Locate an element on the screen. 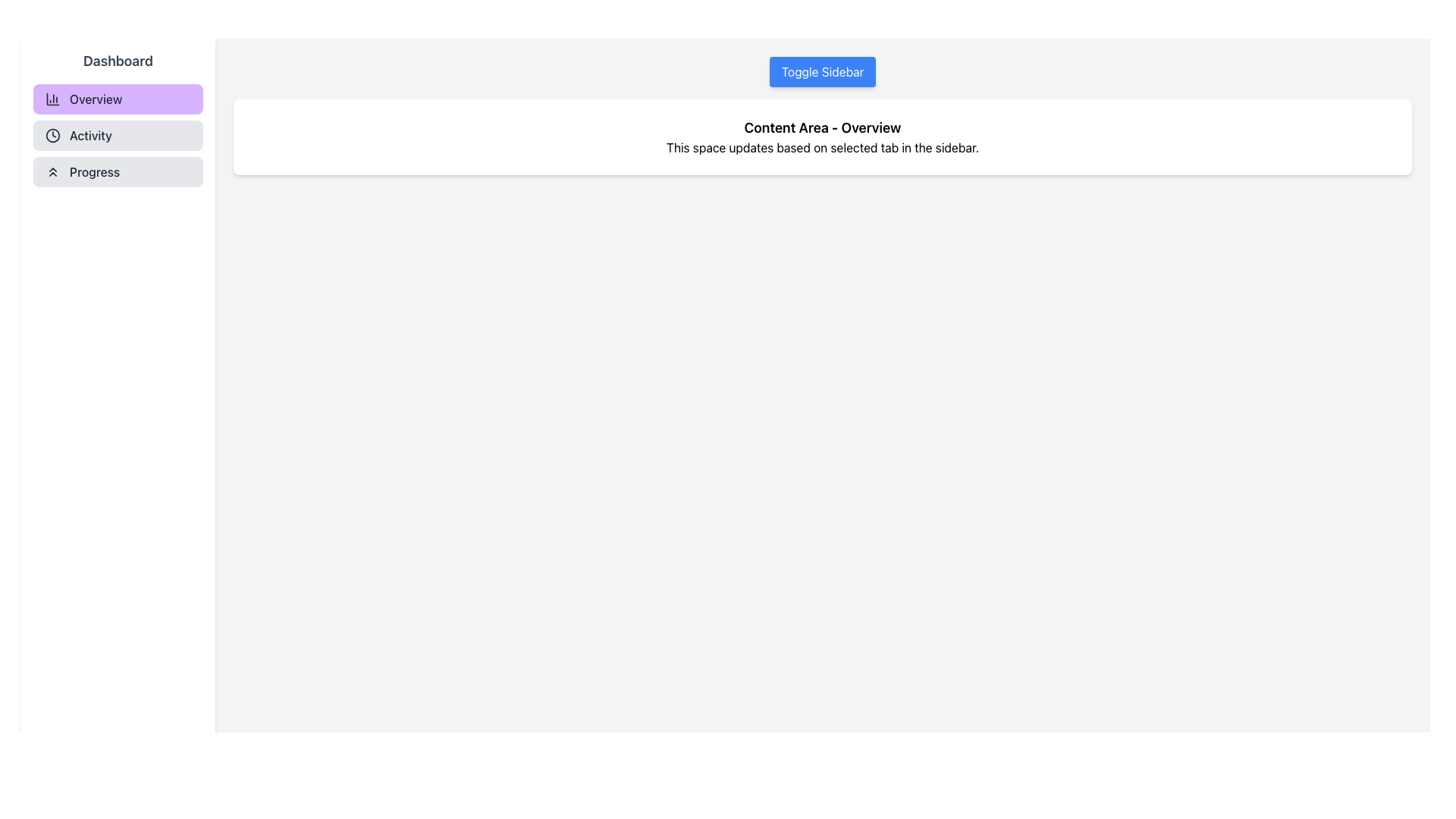 This screenshot has height=819, width=1456. the instructional Descriptive Text that updates based on sidebar tab selections, located beneath the title 'Content Area - Overview' is located at coordinates (821, 148).